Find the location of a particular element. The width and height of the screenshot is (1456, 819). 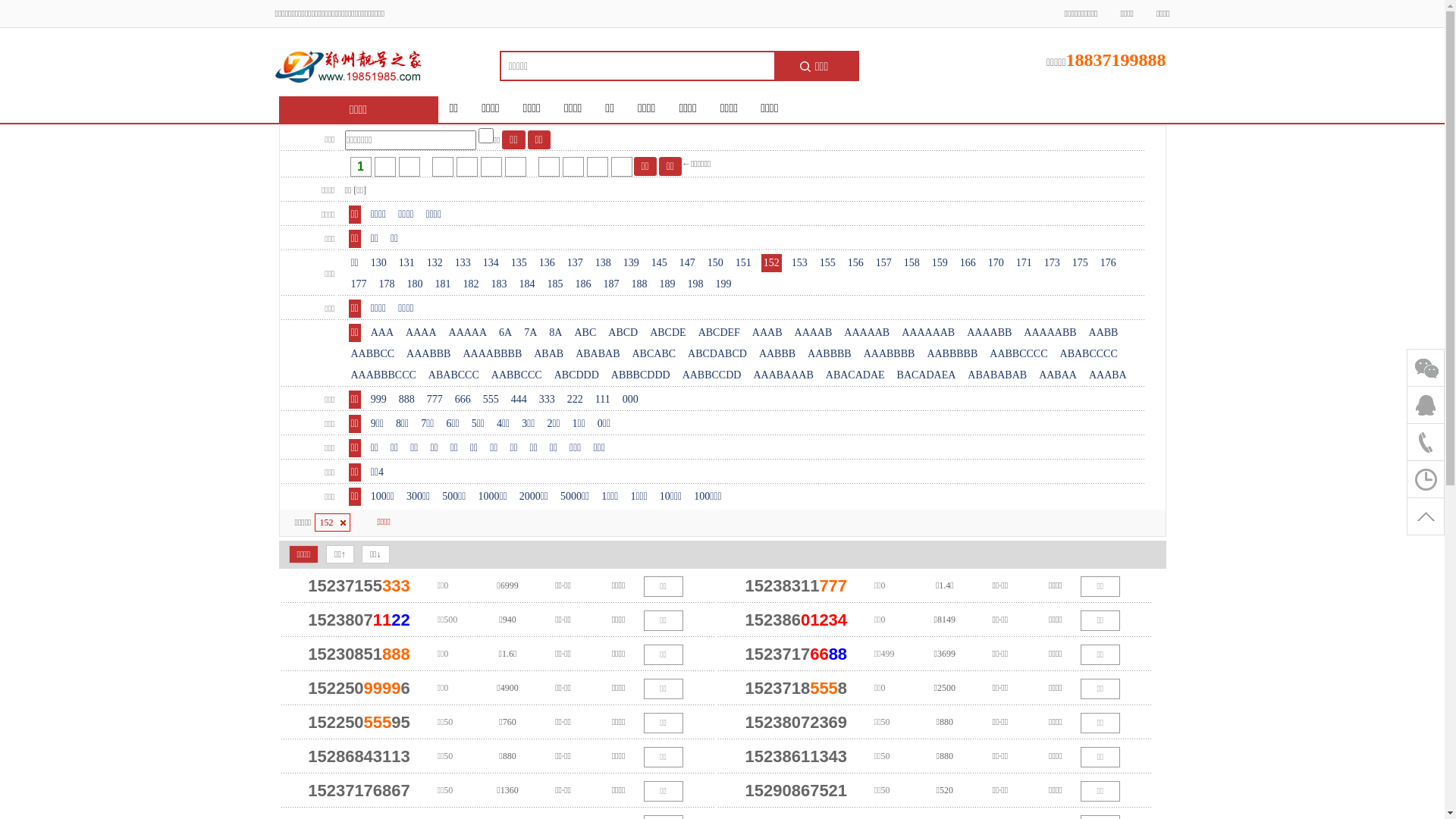

'171' is located at coordinates (1024, 262).